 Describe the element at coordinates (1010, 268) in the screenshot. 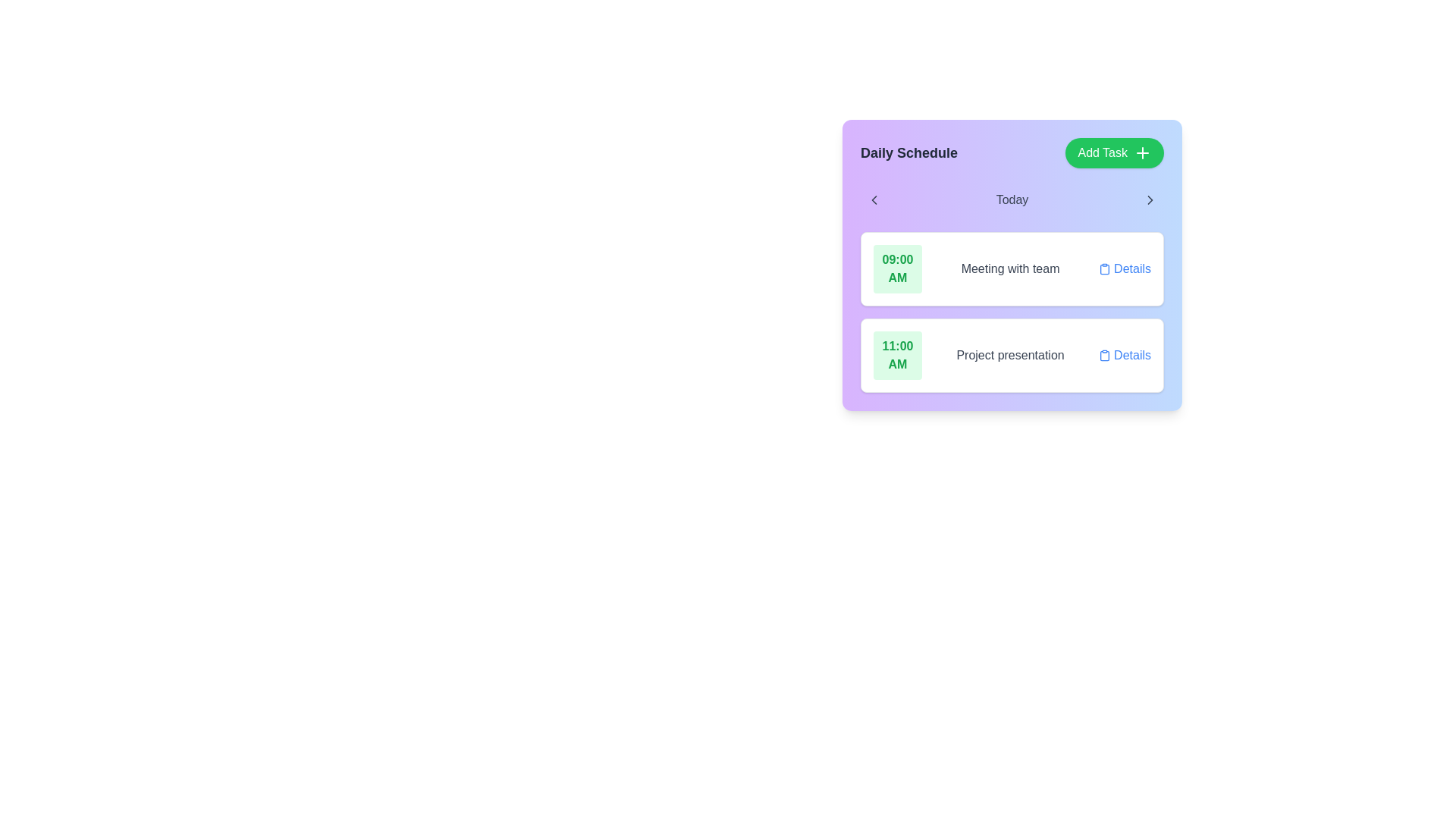

I see `the text label displaying 'Meeting with team', which is styled in gray and positioned in the event block next to a time label and a 'Details' link` at that location.